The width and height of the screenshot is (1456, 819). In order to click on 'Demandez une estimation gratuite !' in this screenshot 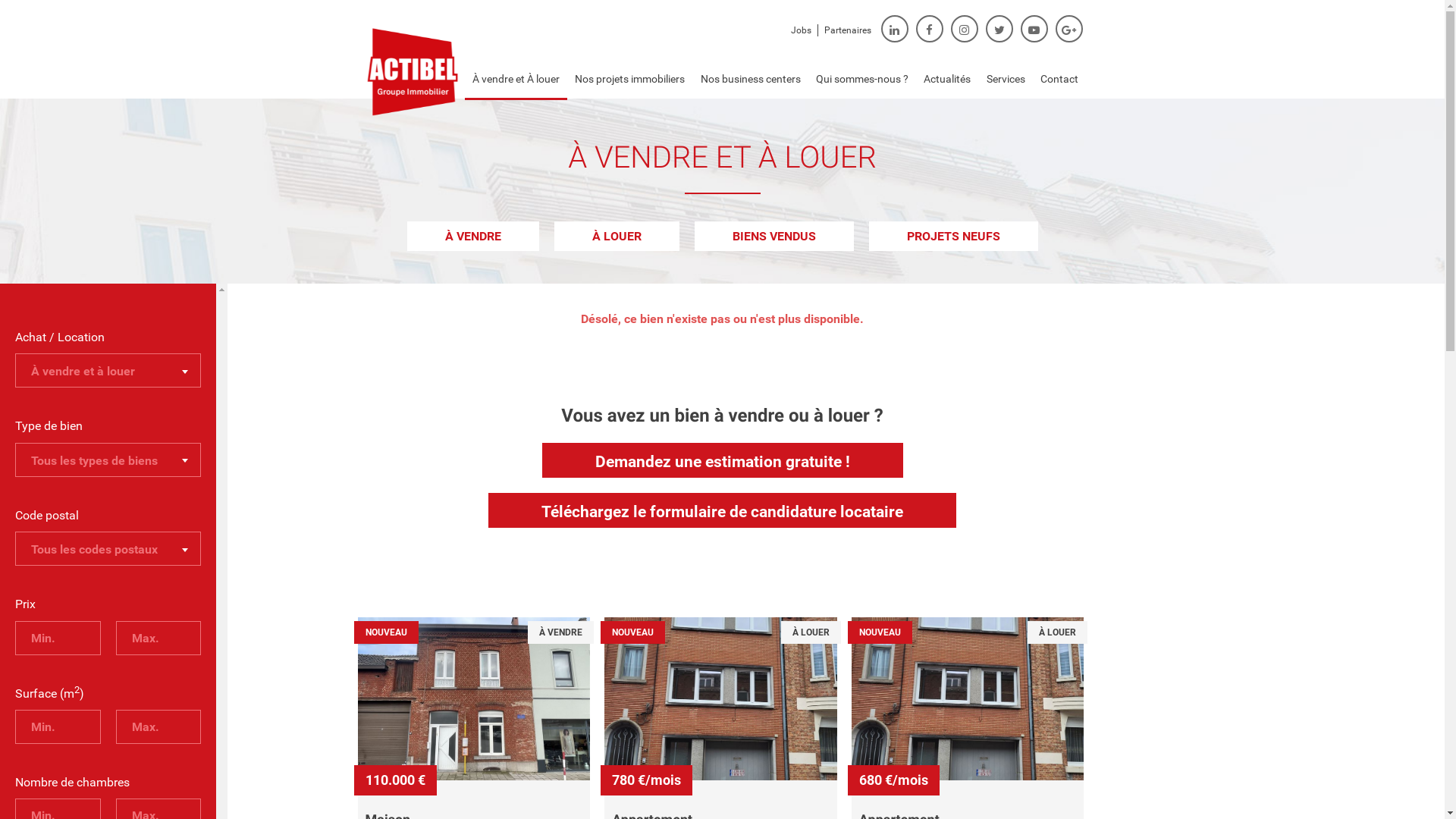, I will do `click(720, 459)`.